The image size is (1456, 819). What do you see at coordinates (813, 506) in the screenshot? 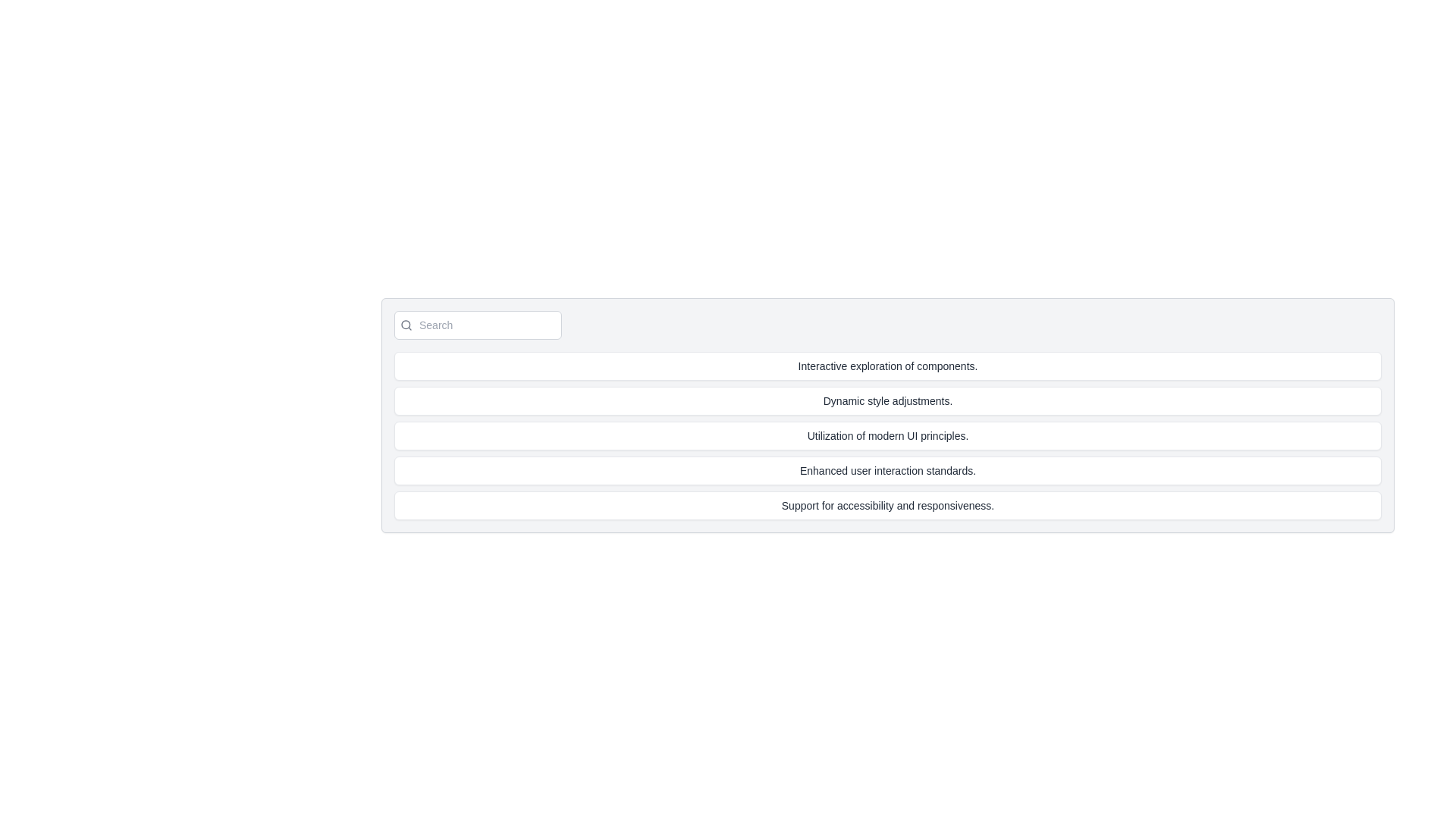
I see `the last letter 'r' of the word 'Support' in the fifth row of a vertically aligned list of textual items` at bounding box center [813, 506].